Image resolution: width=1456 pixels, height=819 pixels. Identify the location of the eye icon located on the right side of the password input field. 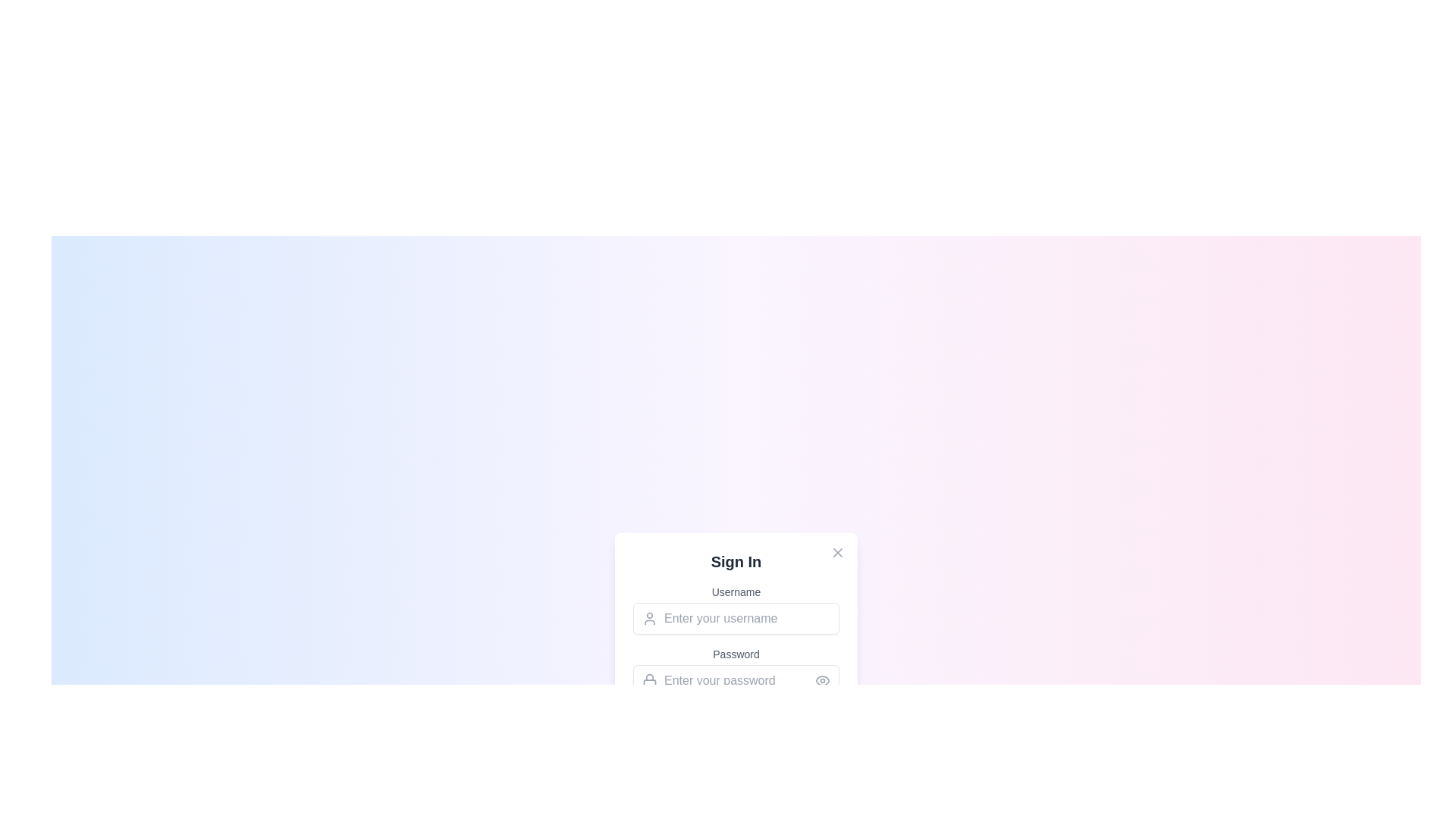
(821, 680).